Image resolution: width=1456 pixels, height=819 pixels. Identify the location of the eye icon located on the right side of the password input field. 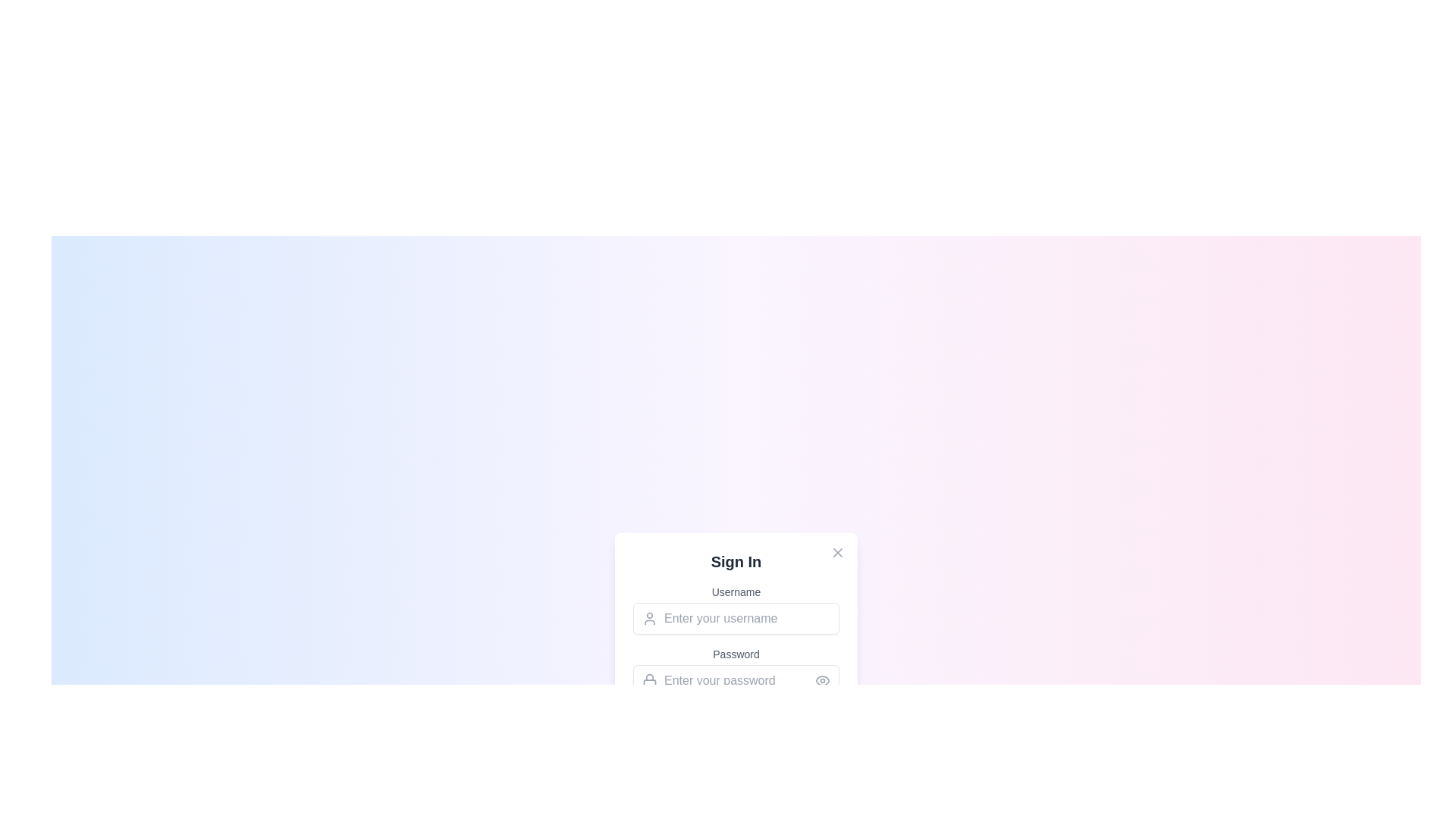
(821, 680).